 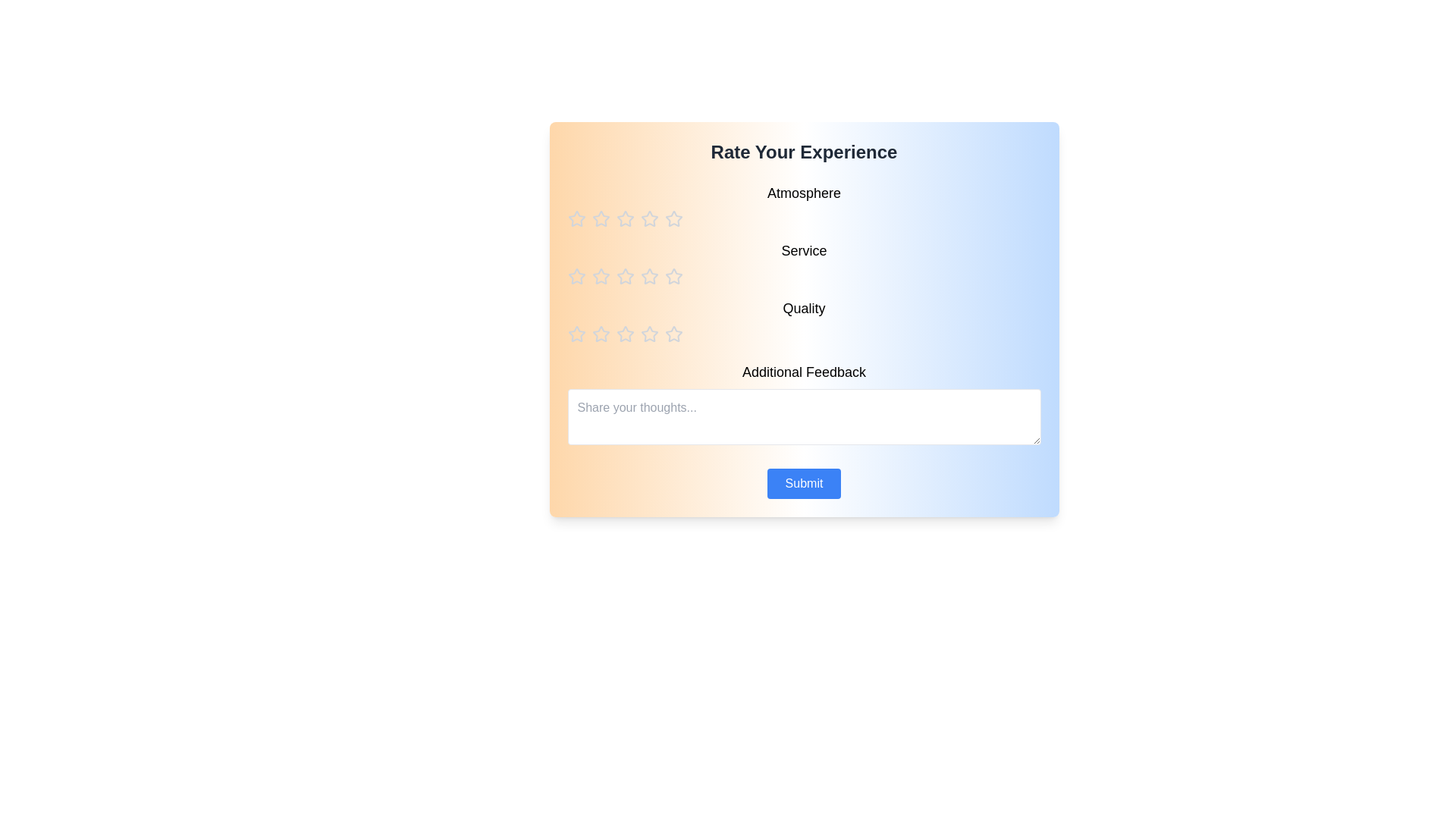 I want to click on the star corresponding to the rating 4 for the category service, so click(x=649, y=277).